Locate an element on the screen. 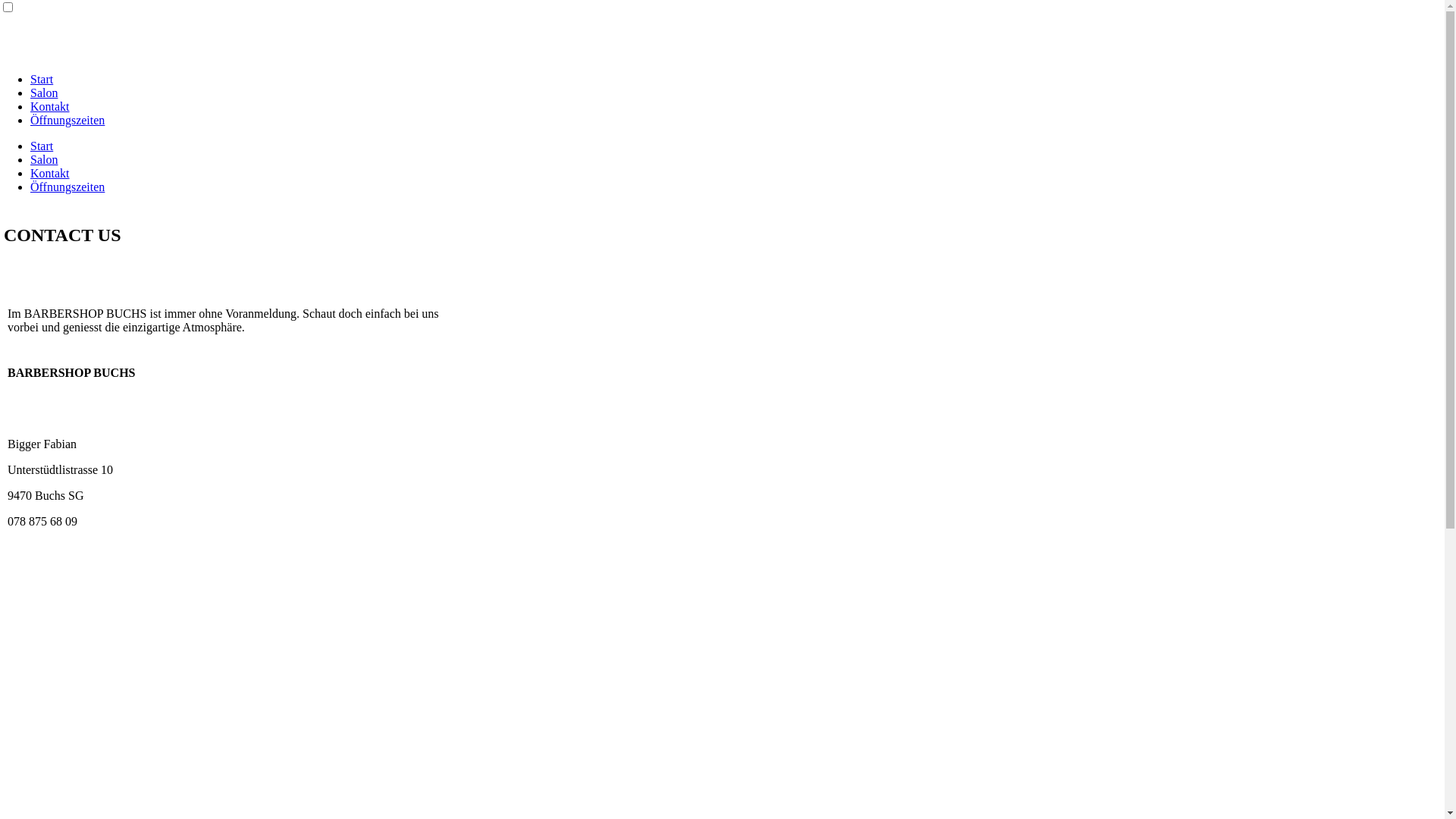 The height and width of the screenshot is (819, 1456). 'Start' is located at coordinates (30, 79).